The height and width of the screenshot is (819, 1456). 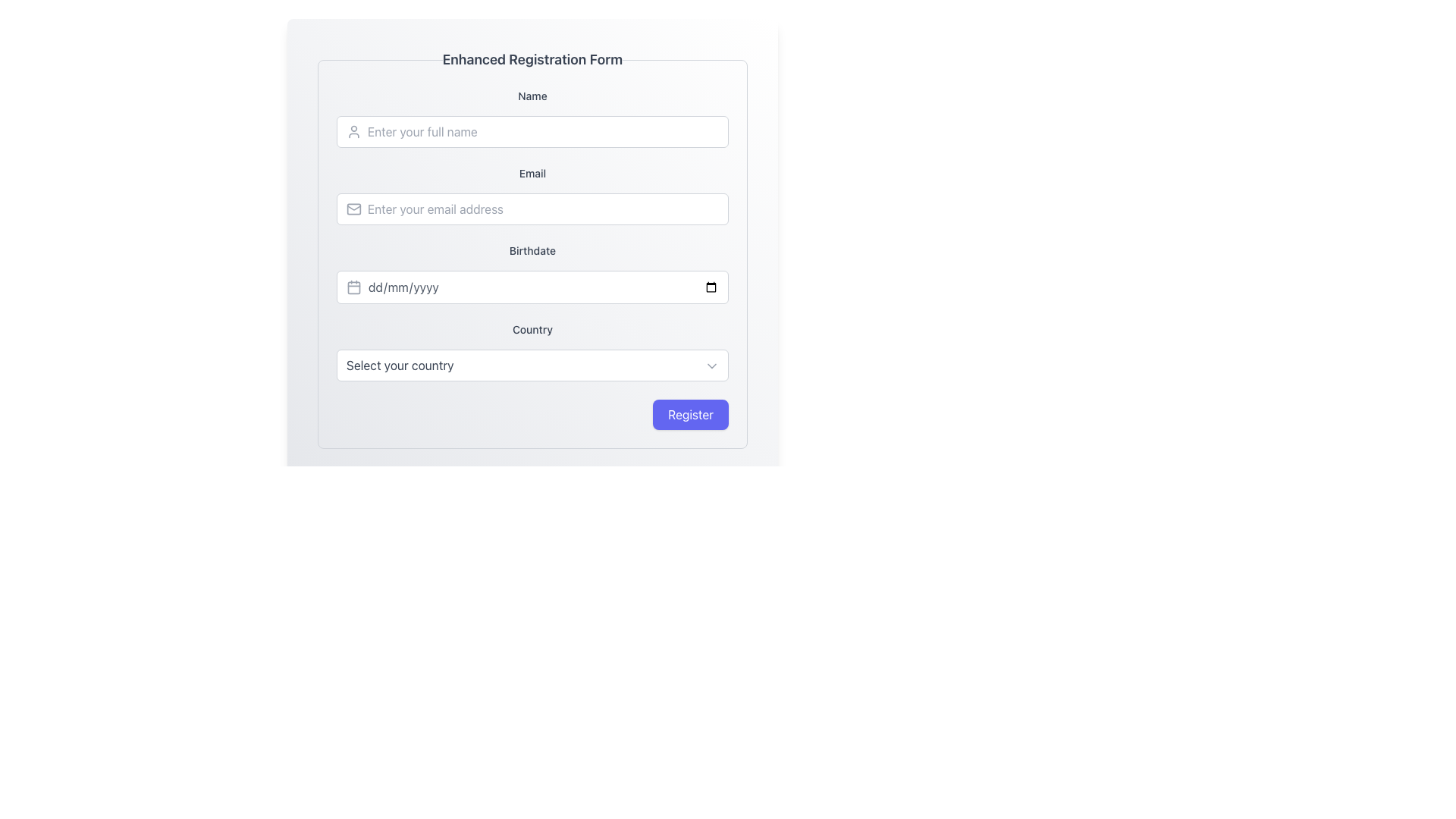 I want to click on the 'Country' label which is a gray text label above the dropdown menu for selecting a country, located below the 'Birthdate' input field, so click(x=532, y=329).